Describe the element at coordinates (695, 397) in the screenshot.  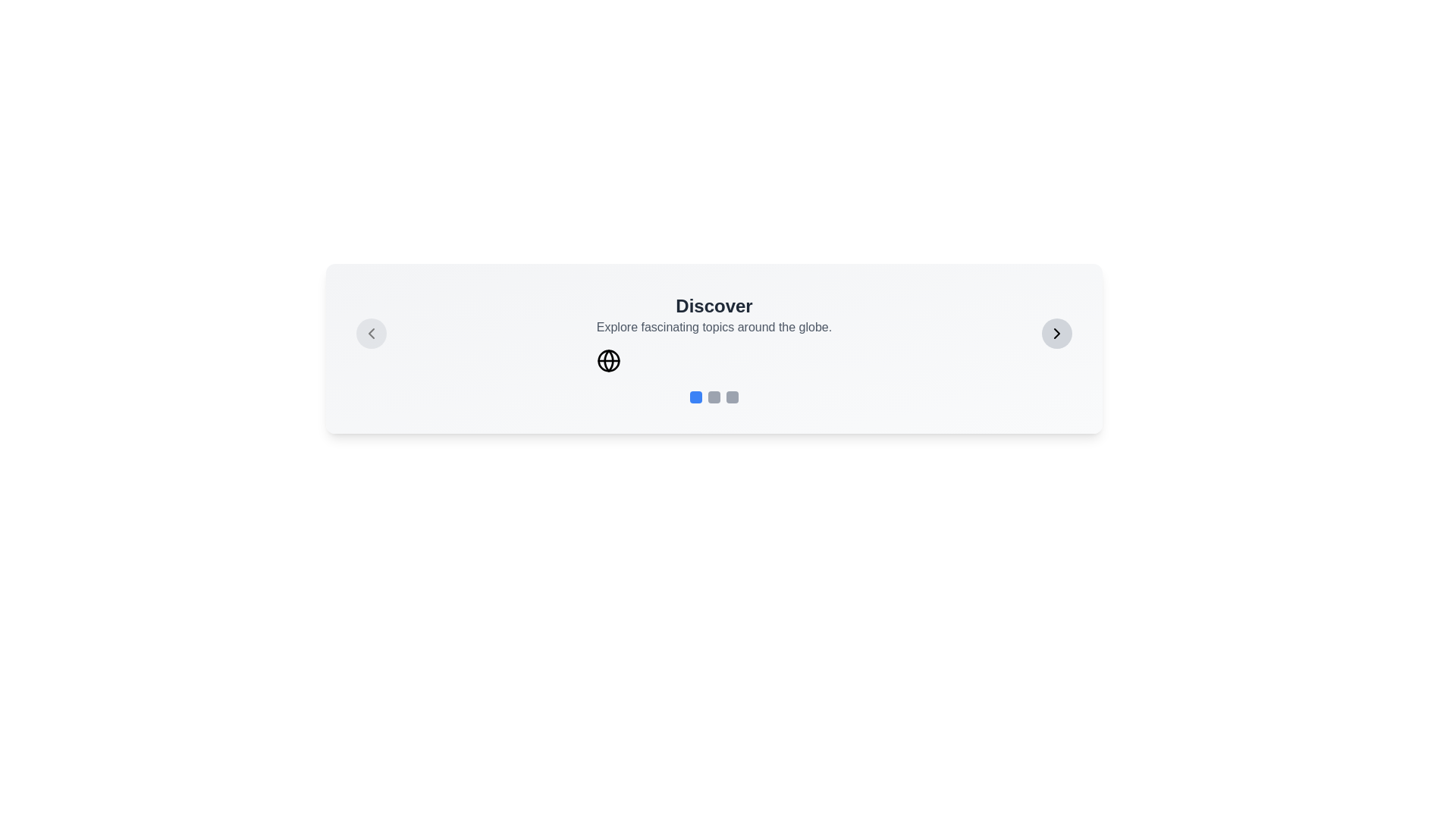
I see `the leftmost circular indicator that visually denotes a specific state or active position within a selection, located below the text content in the center of the interface` at that location.